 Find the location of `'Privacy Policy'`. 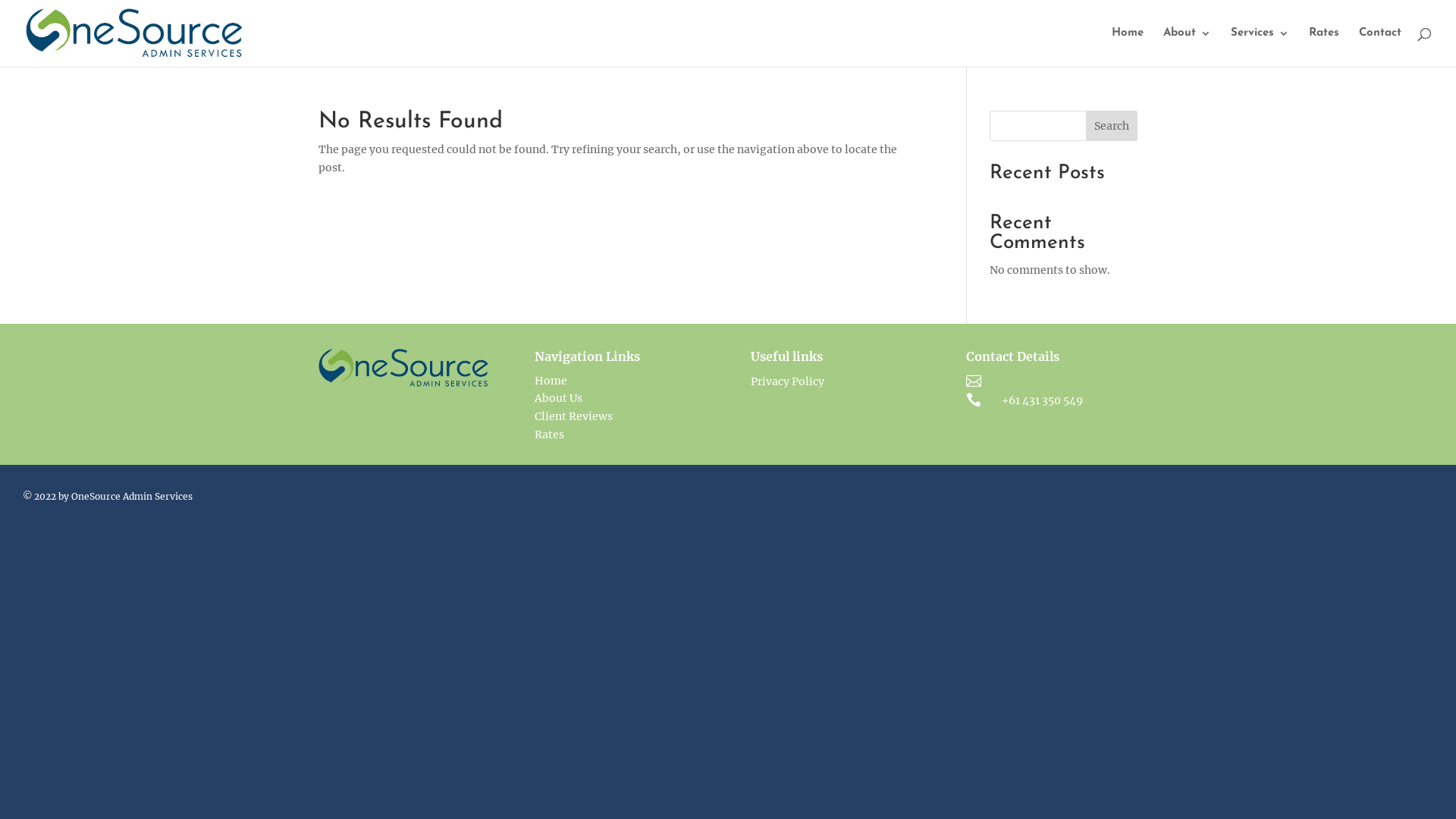

'Privacy Policy' is located at coordinates (787, 380).